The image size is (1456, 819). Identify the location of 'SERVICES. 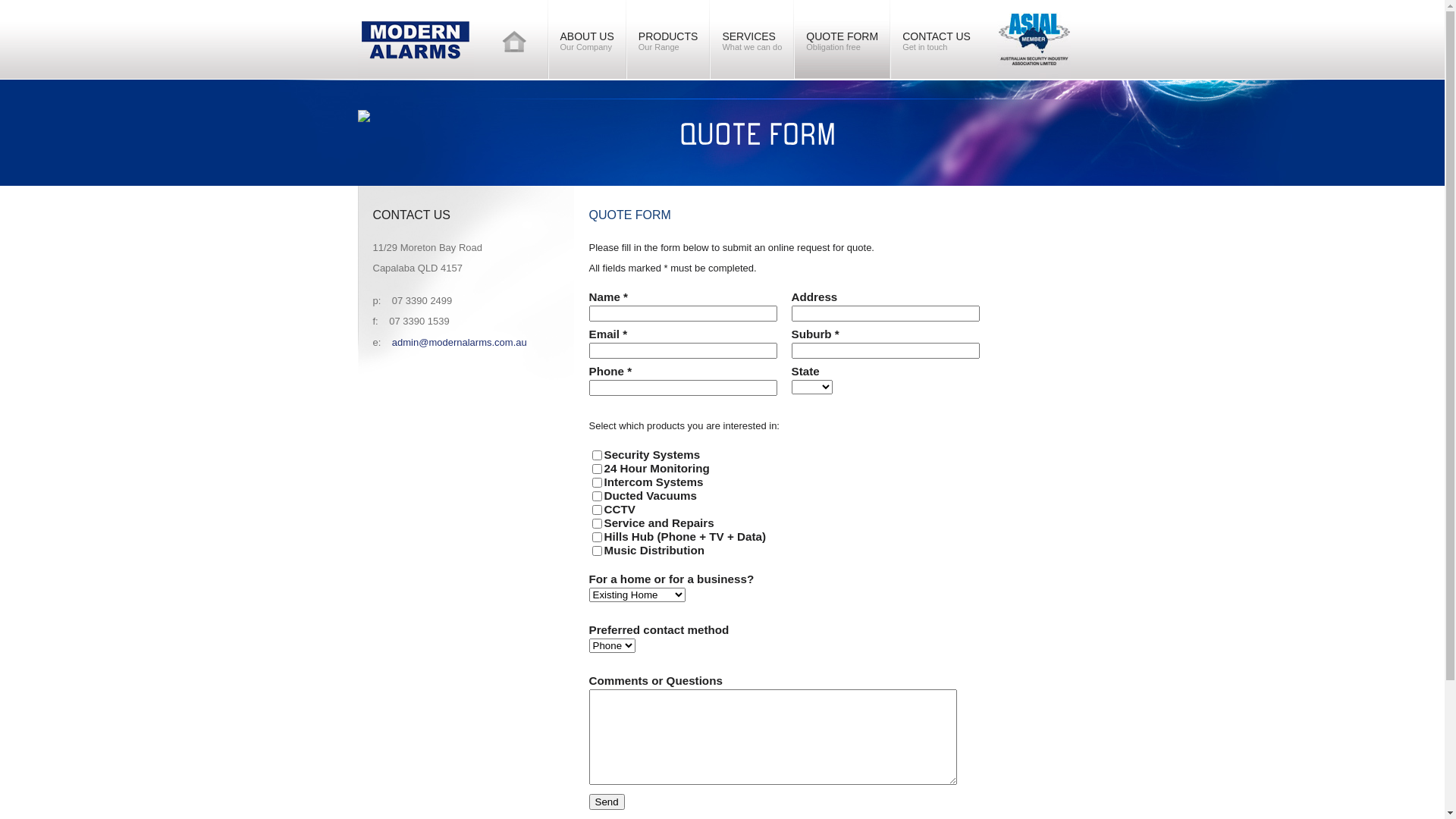
(752, 38).